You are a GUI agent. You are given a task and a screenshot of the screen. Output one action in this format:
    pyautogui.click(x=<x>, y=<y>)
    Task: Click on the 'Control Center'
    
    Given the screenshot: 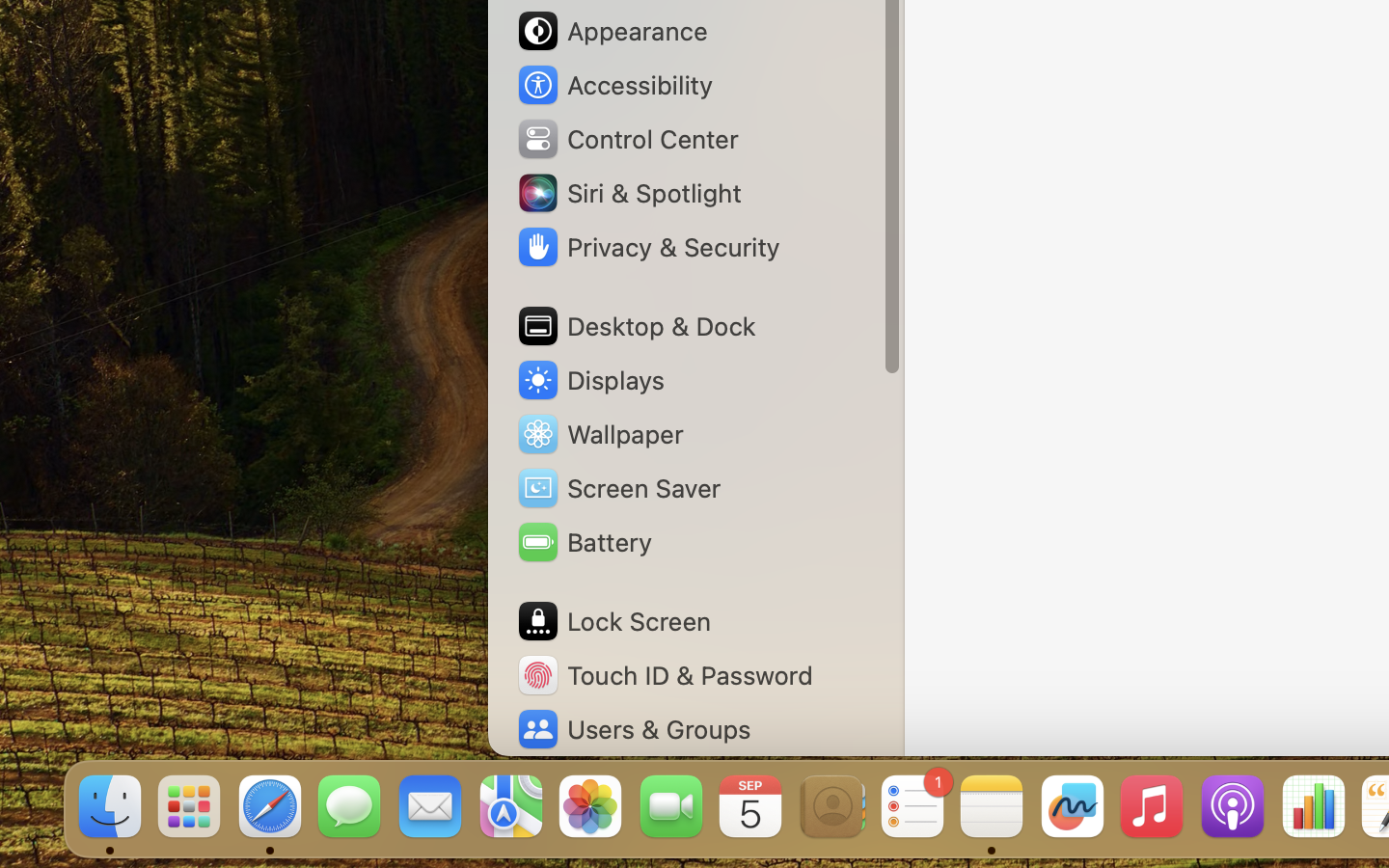 What is the action you would take?
    pyautogui.click(x=626, y=139)
    